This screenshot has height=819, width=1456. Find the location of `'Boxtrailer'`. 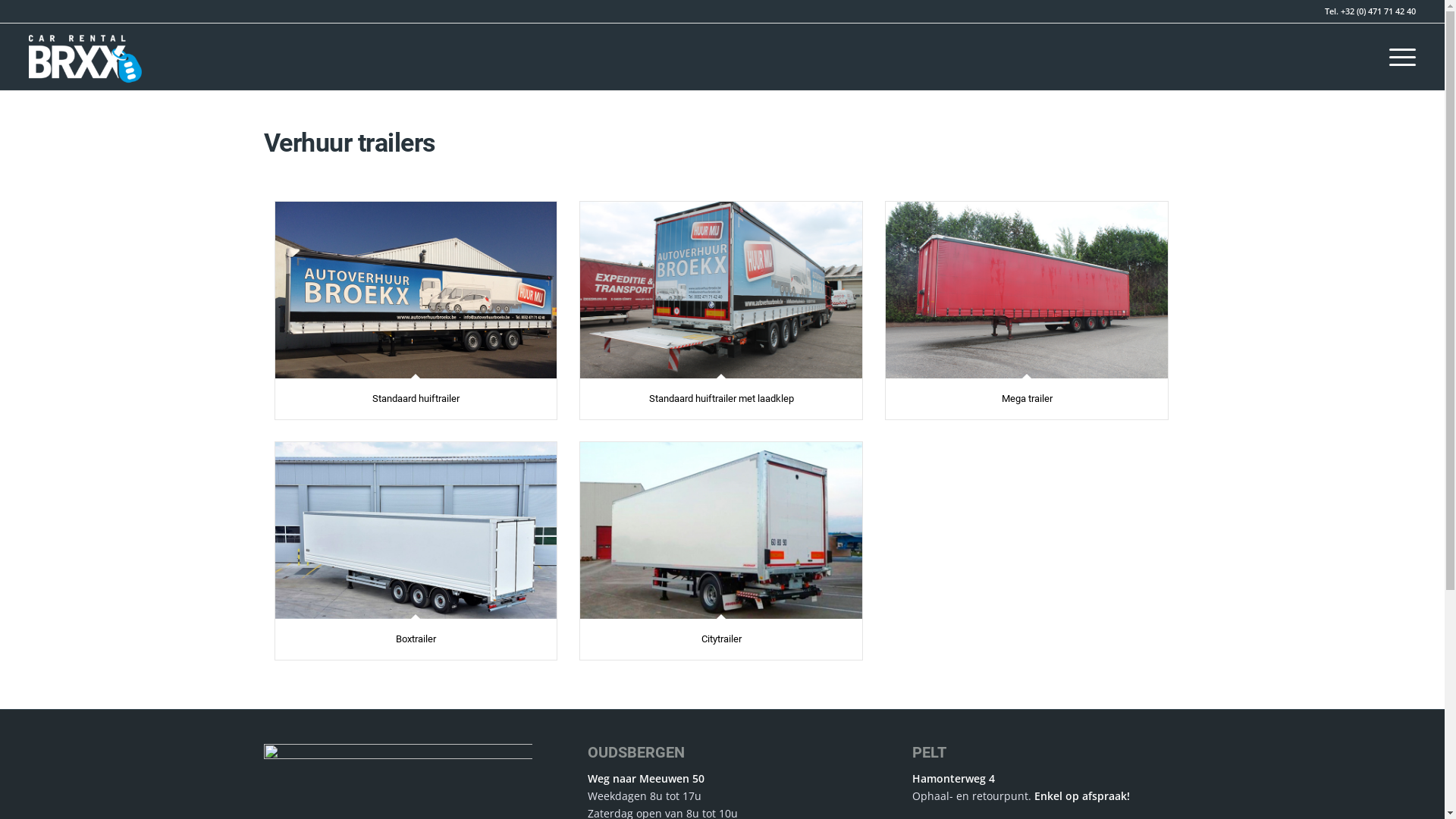

'Boxtrailer' is located at coordinates (416, 639).